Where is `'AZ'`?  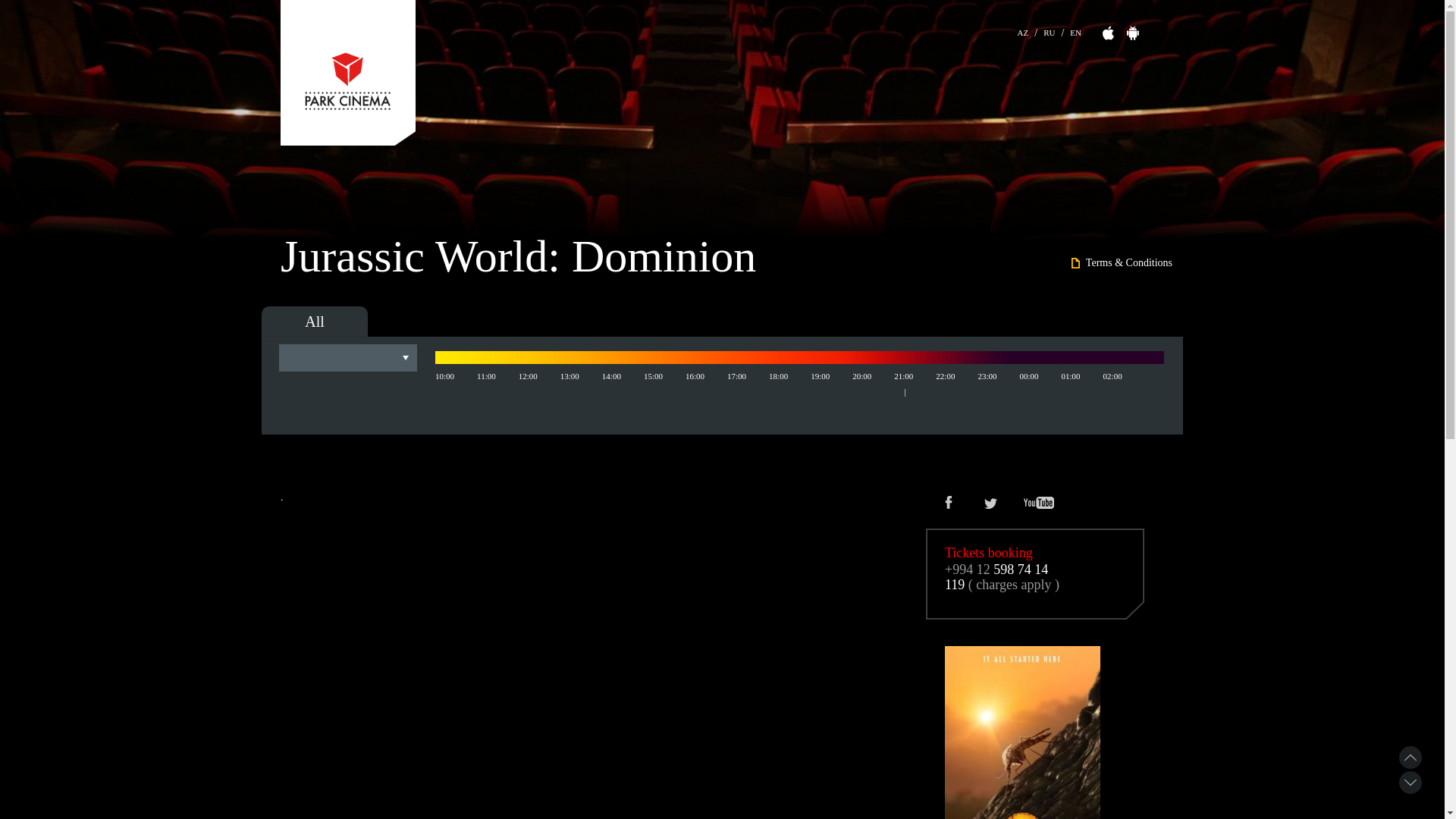
'AZ' is located at coordinates (1018, 30).